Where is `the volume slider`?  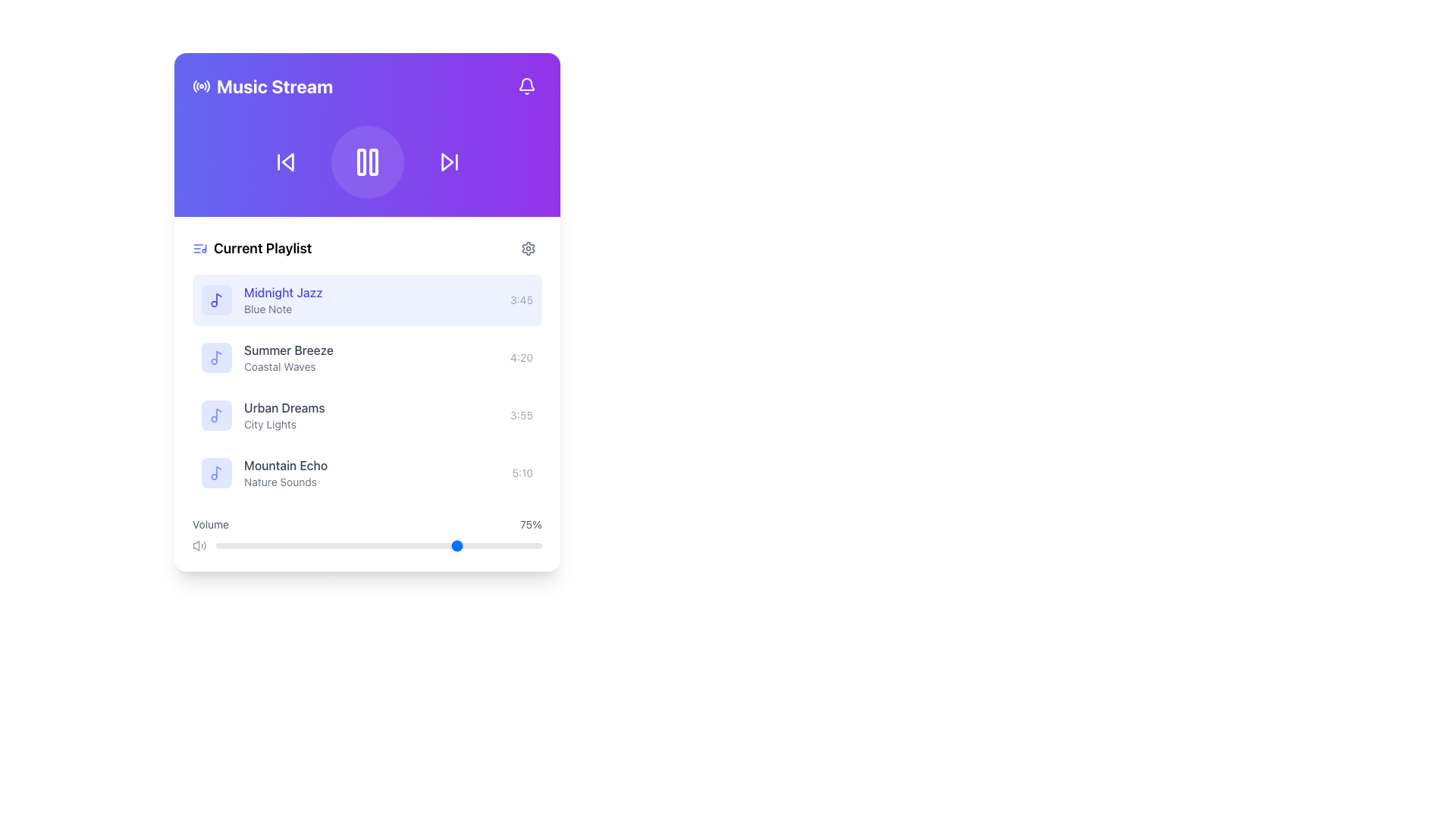
the volume slider is located at coordinates (355, 546).